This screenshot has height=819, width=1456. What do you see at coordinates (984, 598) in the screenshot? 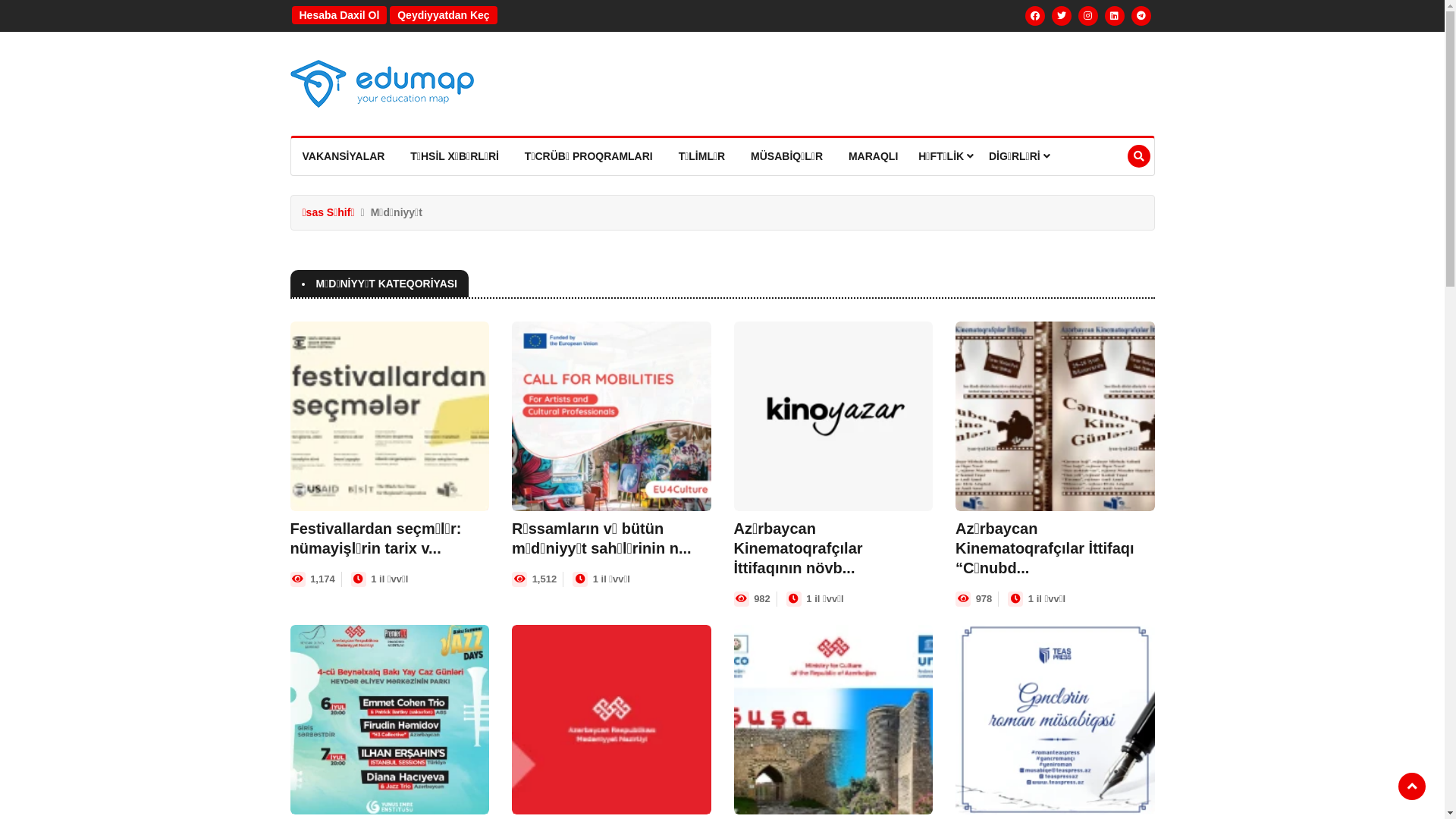
I see `'978'` at bounding box center [984, 598].